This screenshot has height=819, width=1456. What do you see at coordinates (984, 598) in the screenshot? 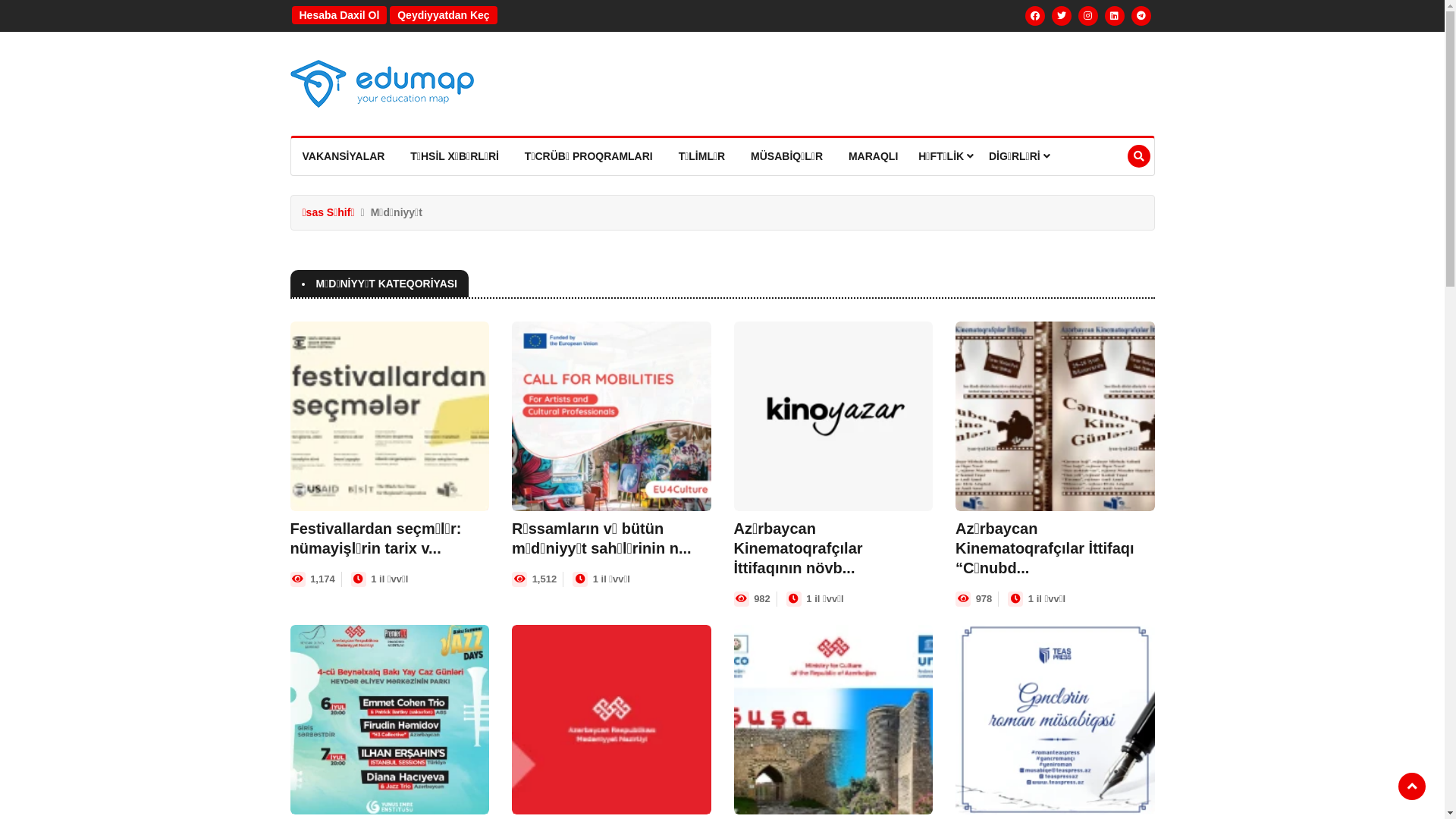
I see `'978'` at bounding box center [984, 598].